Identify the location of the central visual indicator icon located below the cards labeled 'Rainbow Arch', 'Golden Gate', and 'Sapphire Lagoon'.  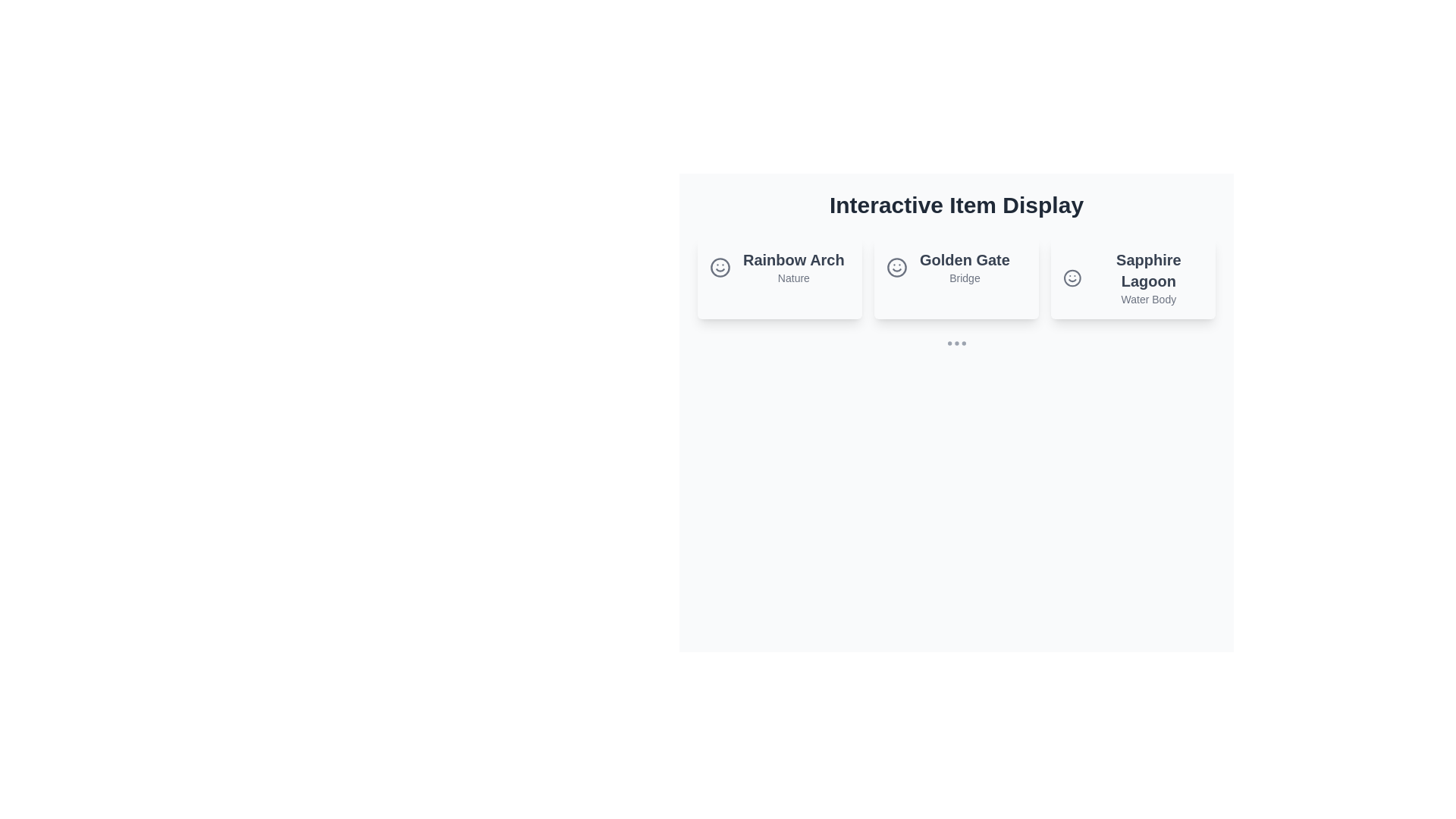
(955, 343).